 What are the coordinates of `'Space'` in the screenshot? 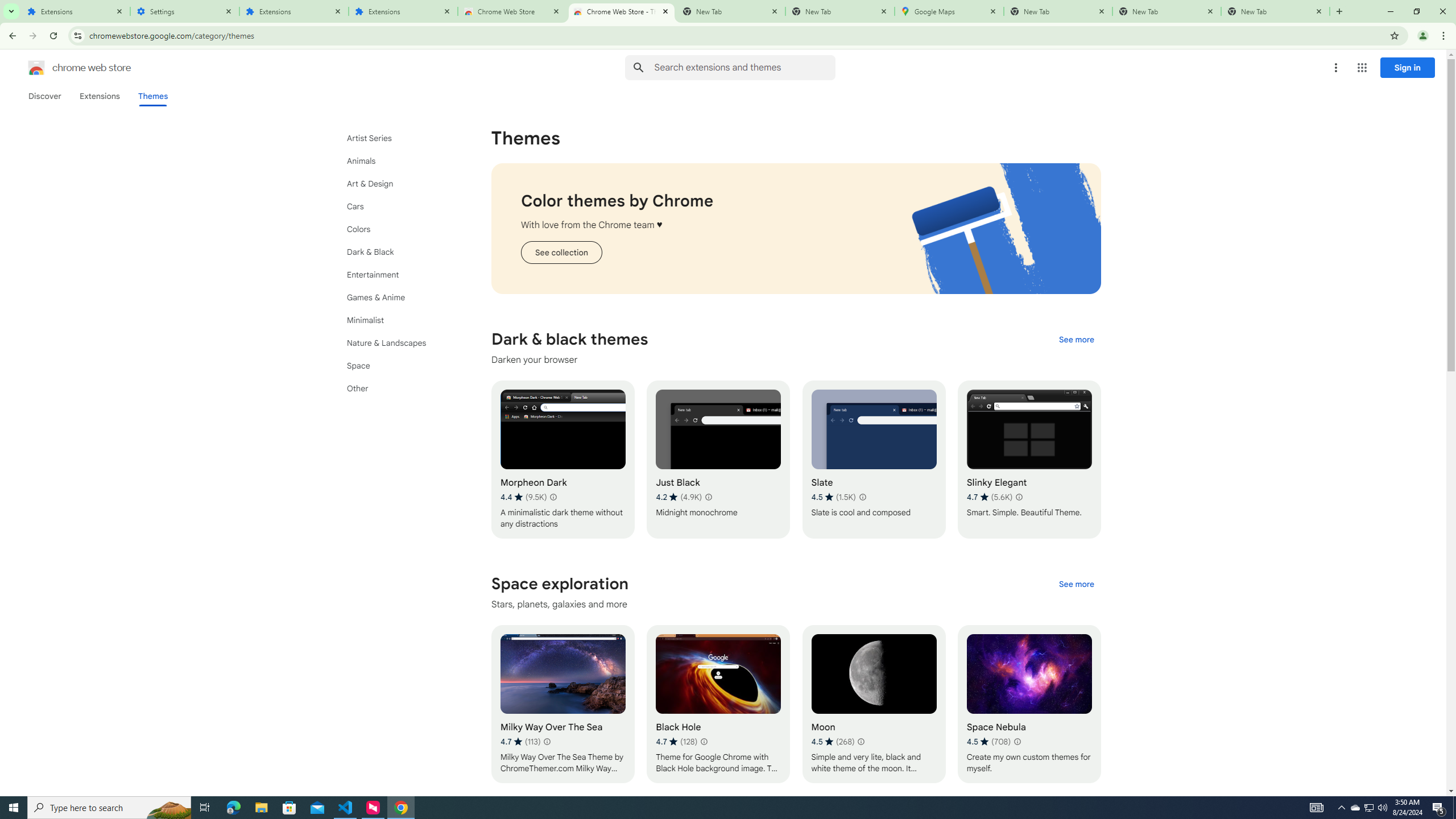 It's located at (399, 365).